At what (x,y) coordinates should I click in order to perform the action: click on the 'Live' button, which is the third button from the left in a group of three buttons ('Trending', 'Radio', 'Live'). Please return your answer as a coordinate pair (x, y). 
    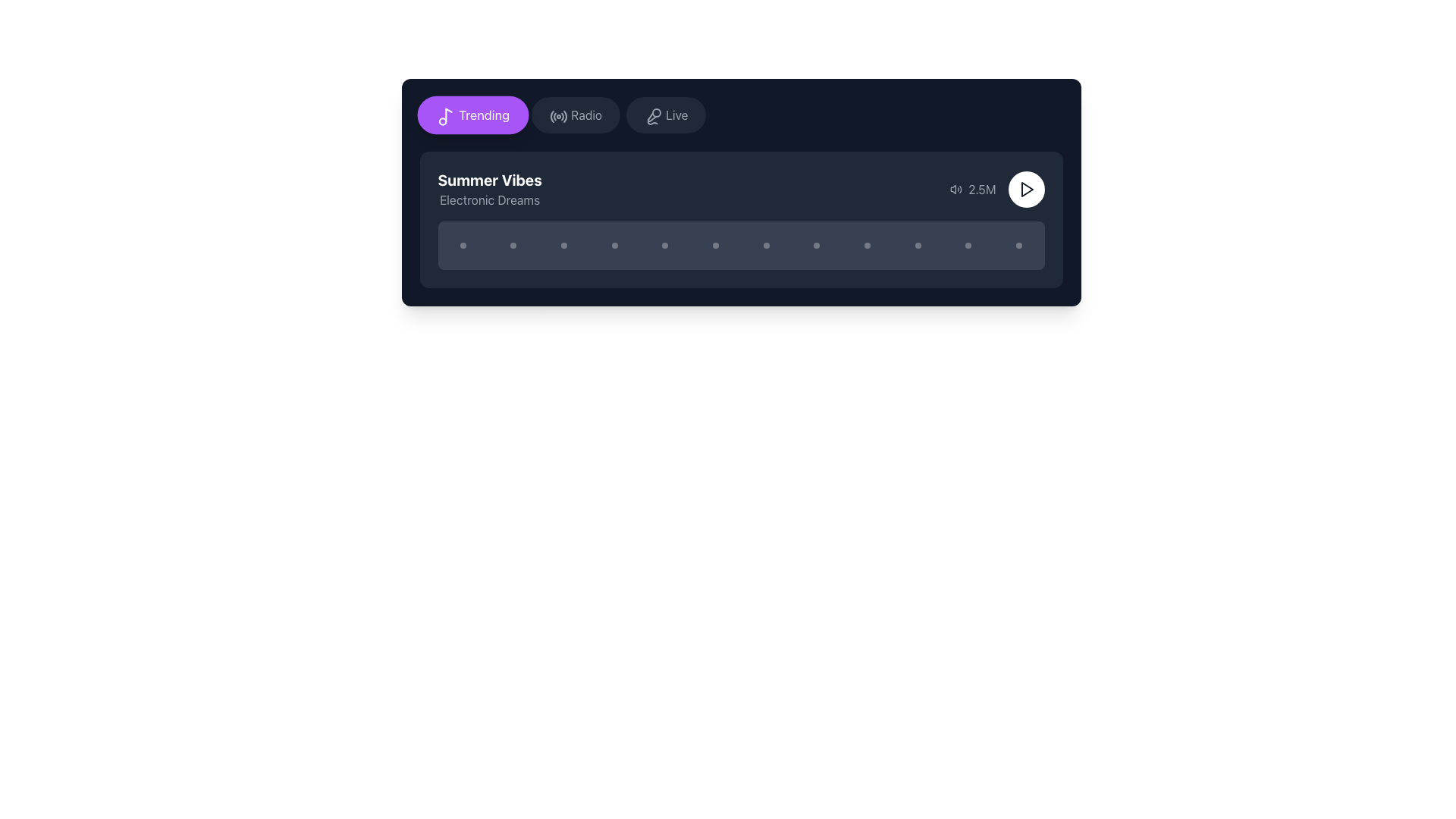
    Looking at the image, I should click on (666, 114).